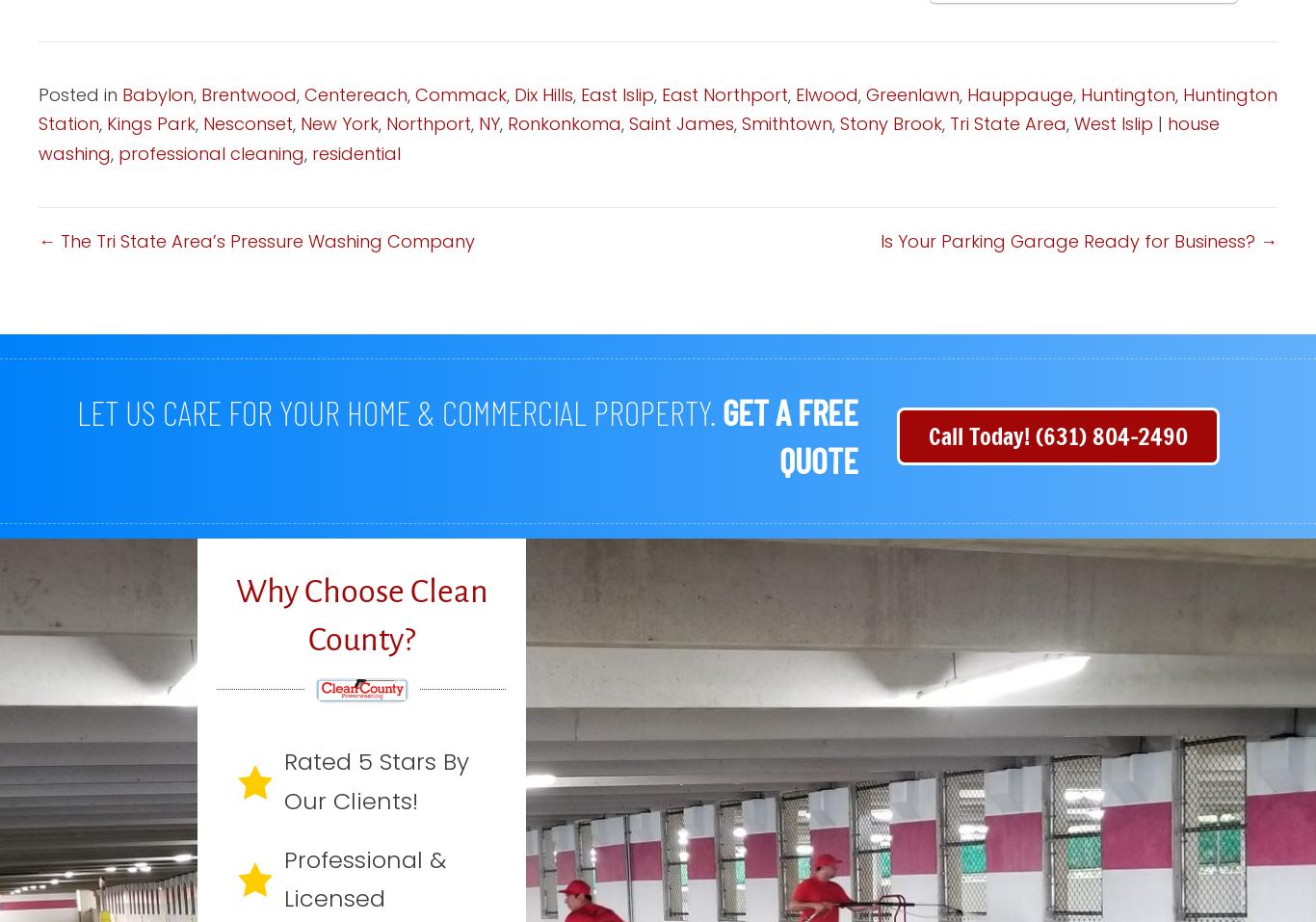 This screenshot has height=922, width=1316. I want to click on 'Smithtown', so click(786, 123).